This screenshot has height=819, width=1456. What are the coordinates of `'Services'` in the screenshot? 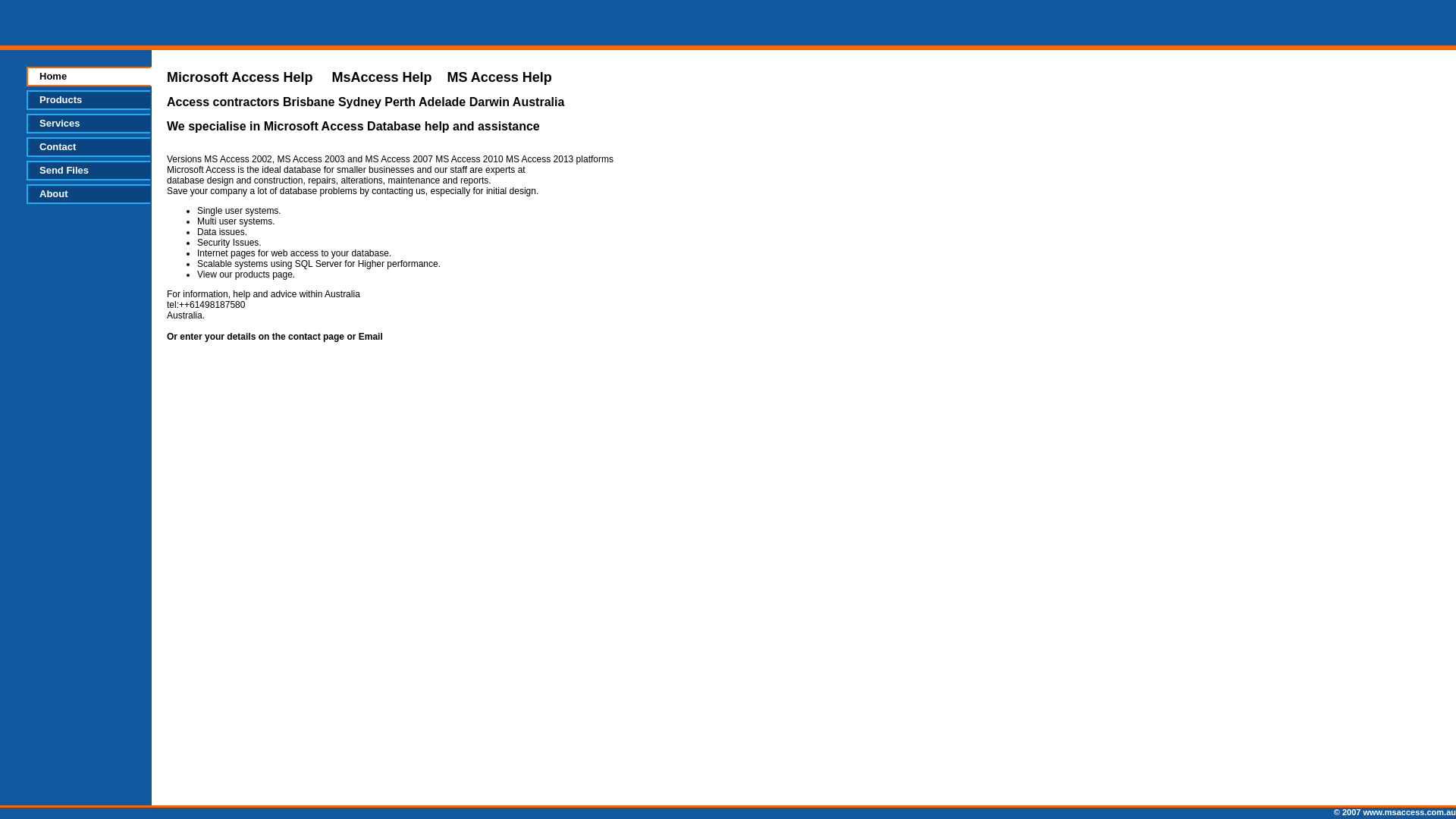 It's located at (87, 122).